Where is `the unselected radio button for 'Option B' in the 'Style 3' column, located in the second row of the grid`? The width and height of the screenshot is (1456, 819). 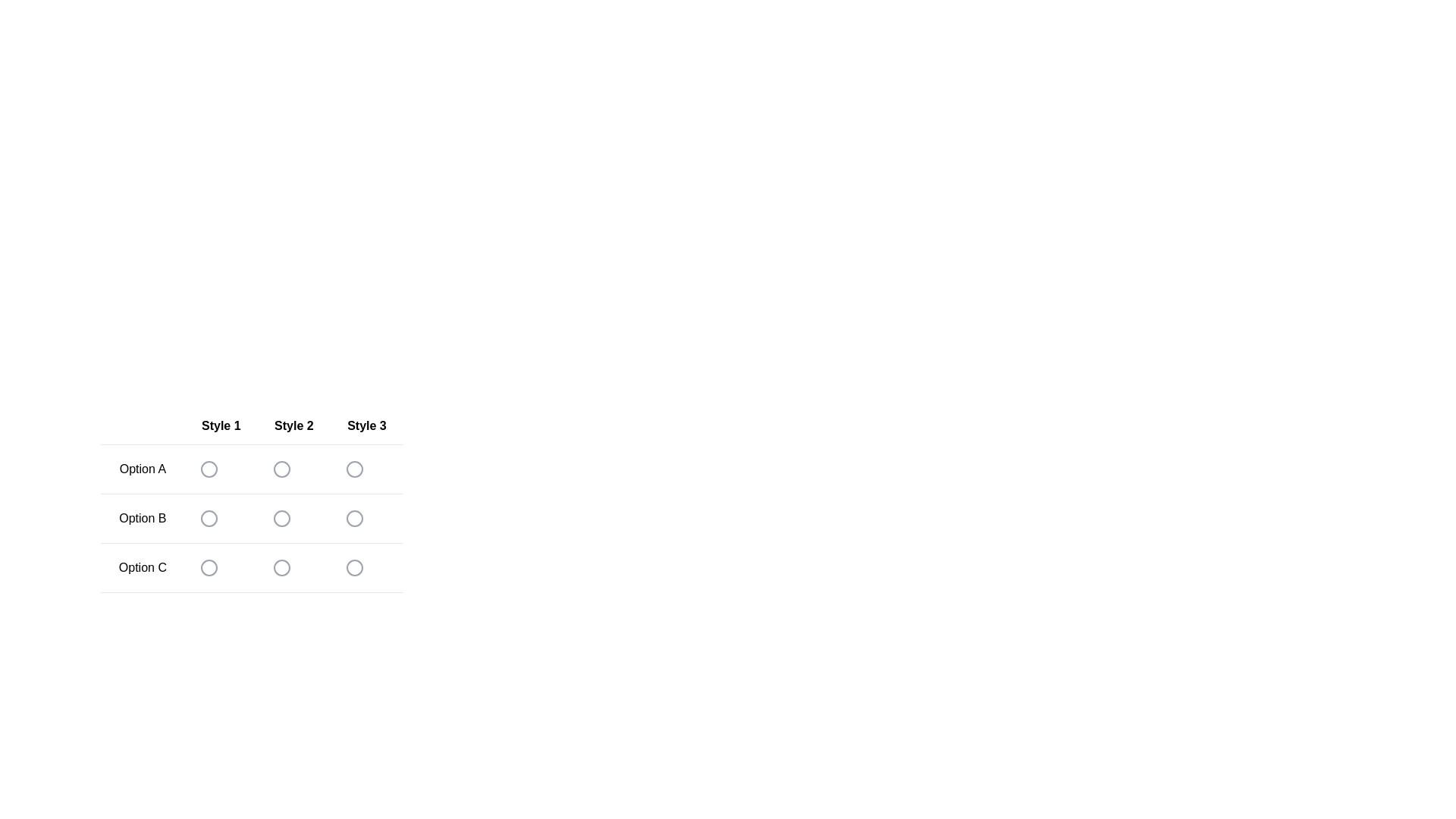
the unselected radio button for 'Option B' in the 'Style 3' column, located in the second row of the grid is located at coordinates (353, 517).